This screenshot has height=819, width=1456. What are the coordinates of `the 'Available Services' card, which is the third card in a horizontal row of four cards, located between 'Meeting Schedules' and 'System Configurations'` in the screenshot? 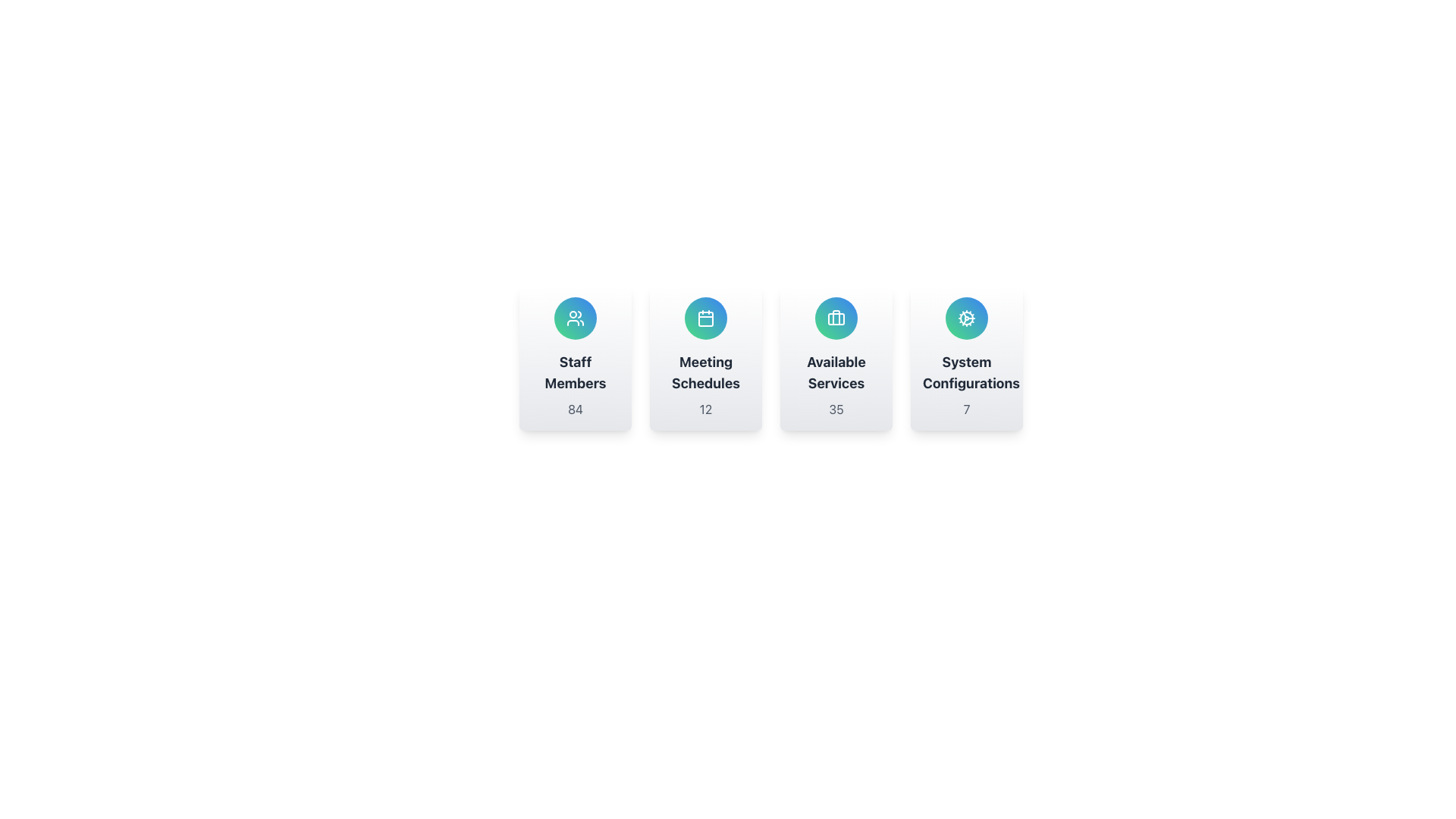 It's located at (836, 357).